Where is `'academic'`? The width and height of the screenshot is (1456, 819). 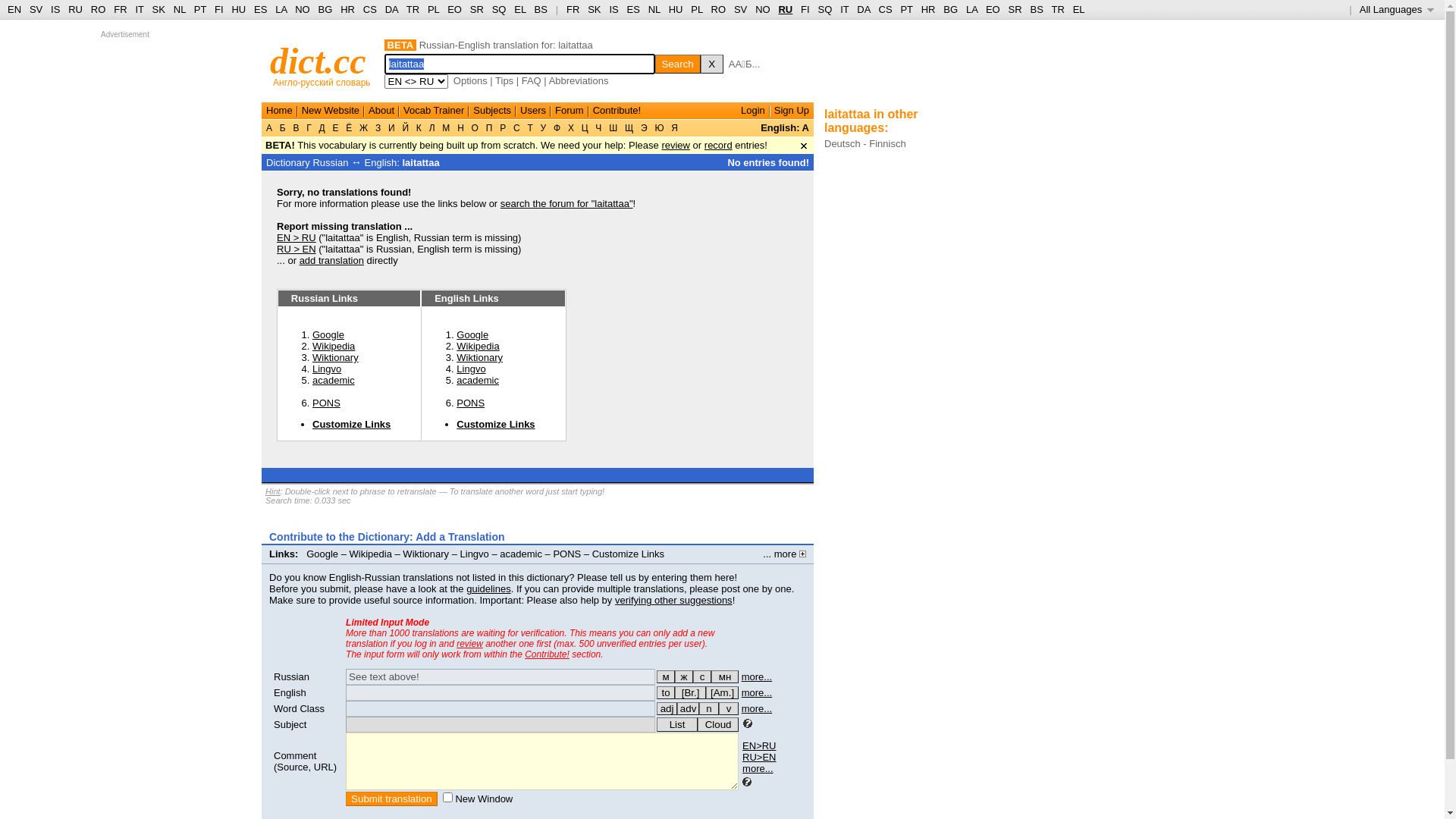 'academic' is located at coordinates (312, 379).